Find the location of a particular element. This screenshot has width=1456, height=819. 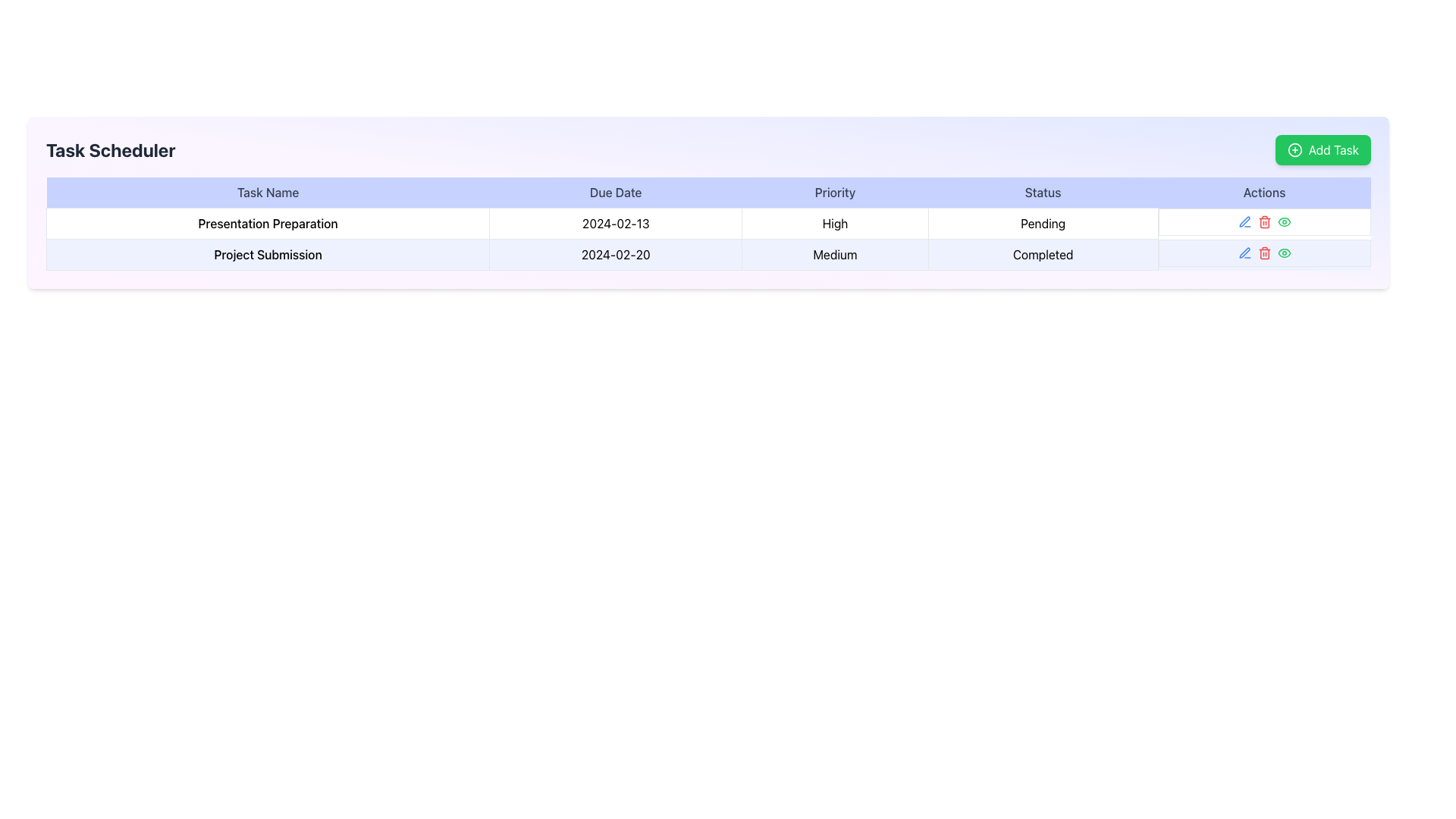

the non-interactive priority level label in the first row of the table, located in the 'Priority' column, which is between the 'Due Date' and 'Status' columns is located at coordinates (834, 223).